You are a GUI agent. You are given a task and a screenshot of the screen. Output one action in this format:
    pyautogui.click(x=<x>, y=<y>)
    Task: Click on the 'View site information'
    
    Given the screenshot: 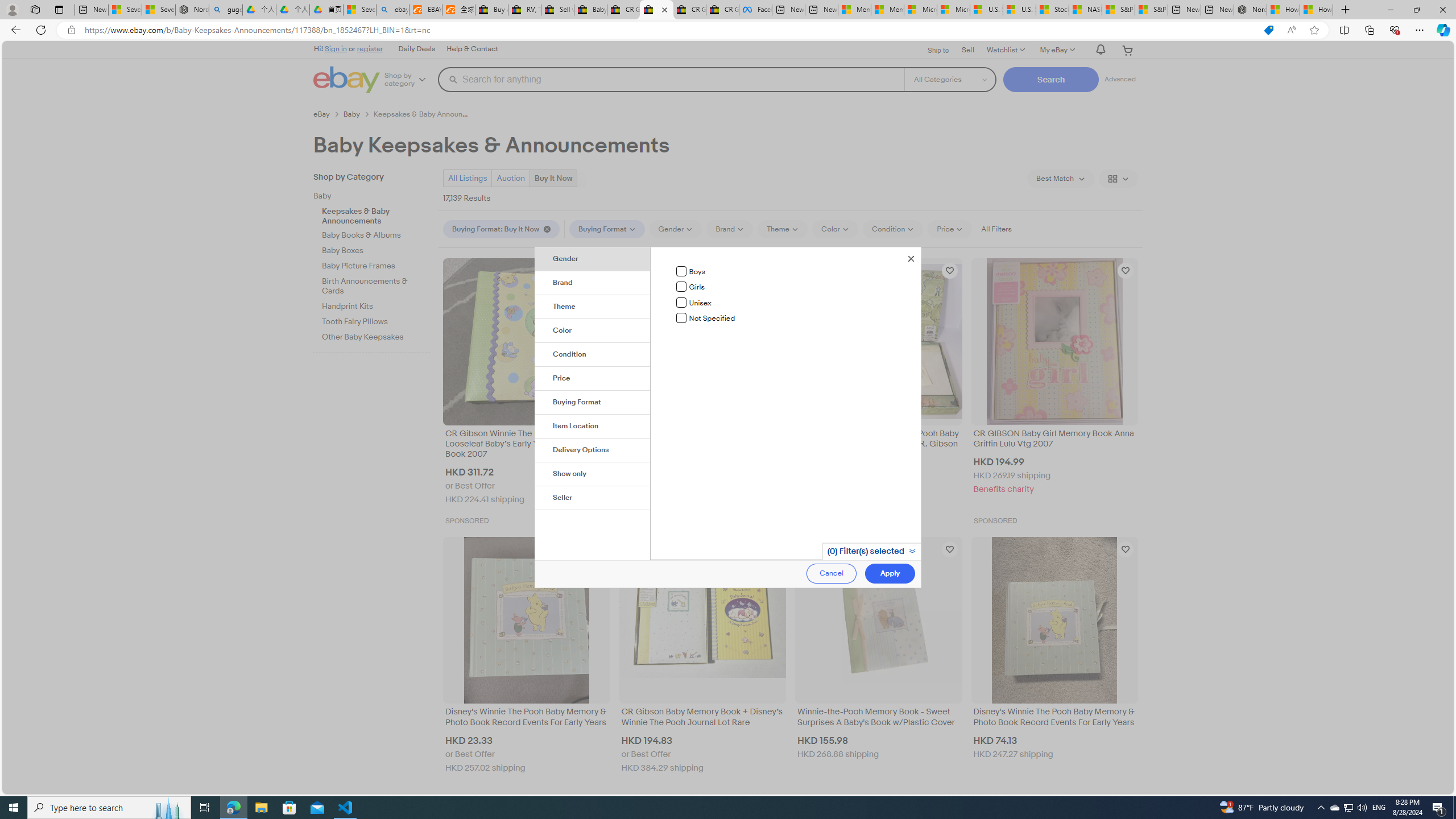 What is the action you would take?
    pyautogui.click(x=71, y=30)
    